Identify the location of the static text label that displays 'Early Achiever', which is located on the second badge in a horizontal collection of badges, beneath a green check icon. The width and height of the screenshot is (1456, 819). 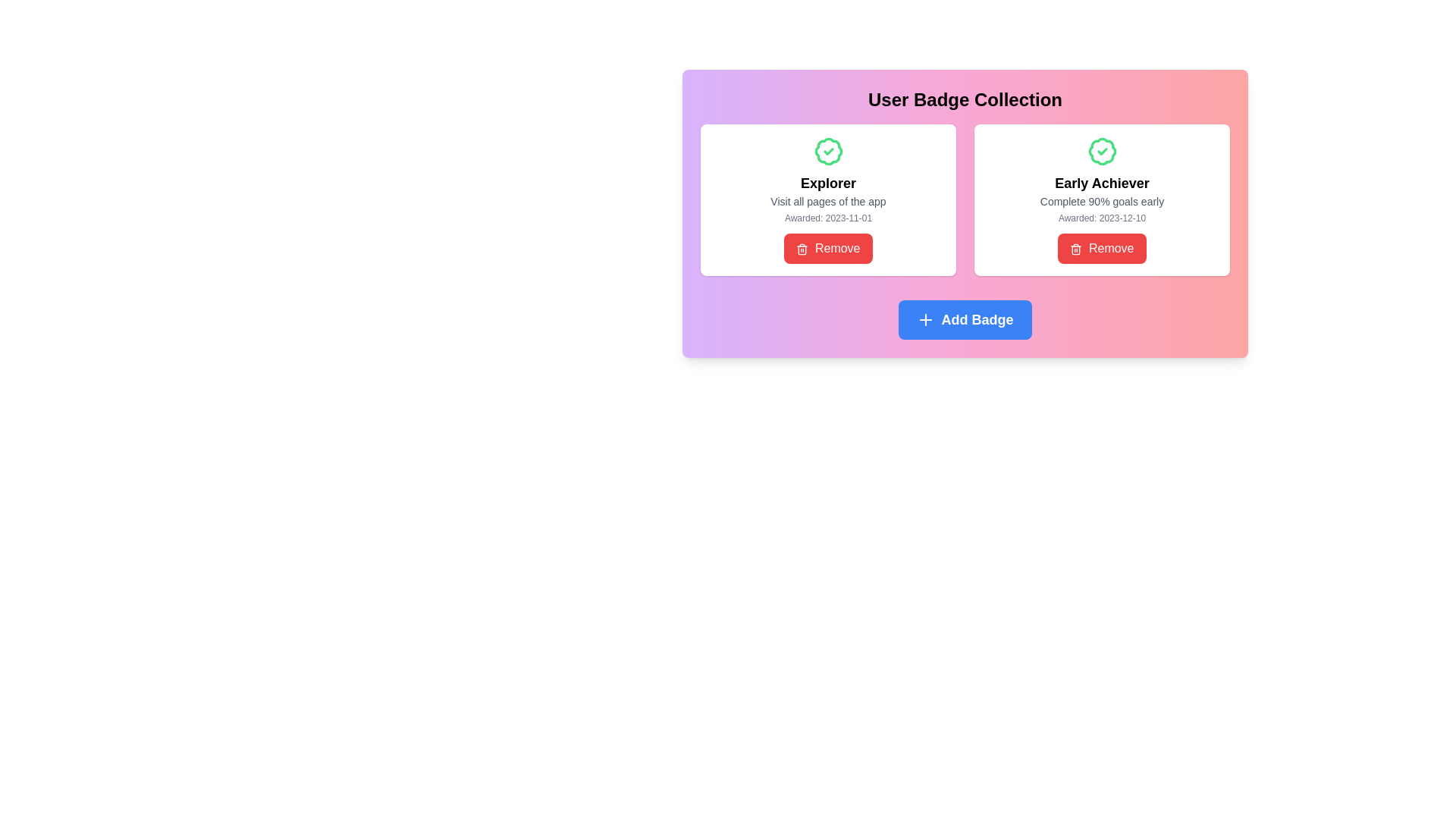
(1102, 183).